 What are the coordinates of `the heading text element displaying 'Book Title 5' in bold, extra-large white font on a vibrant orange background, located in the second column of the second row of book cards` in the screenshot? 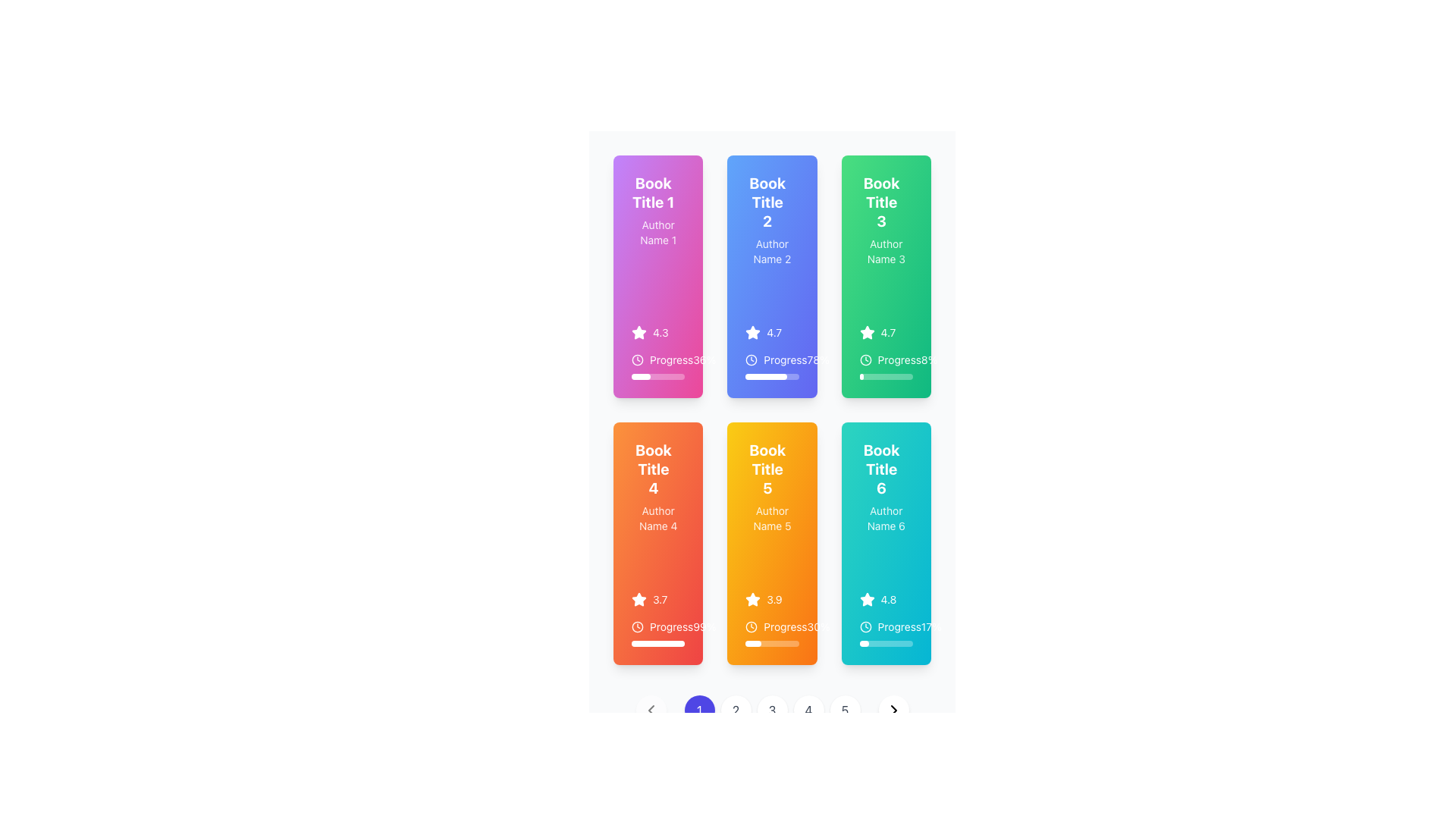 It's located at (767, 468).